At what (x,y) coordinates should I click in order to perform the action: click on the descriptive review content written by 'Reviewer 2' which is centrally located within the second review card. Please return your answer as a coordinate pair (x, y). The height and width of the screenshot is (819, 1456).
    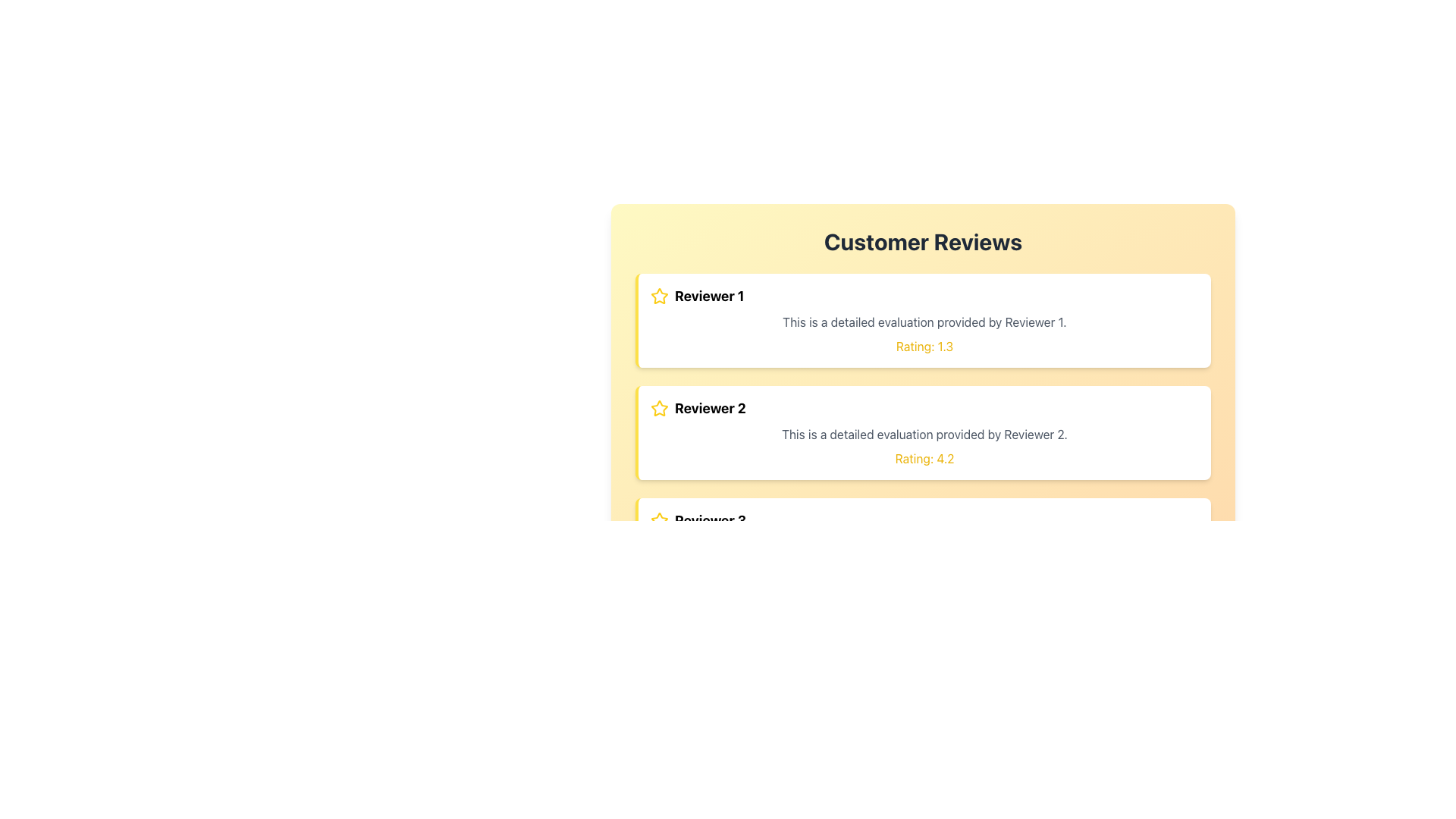
    Looking at the image, I should click on (924, 435).